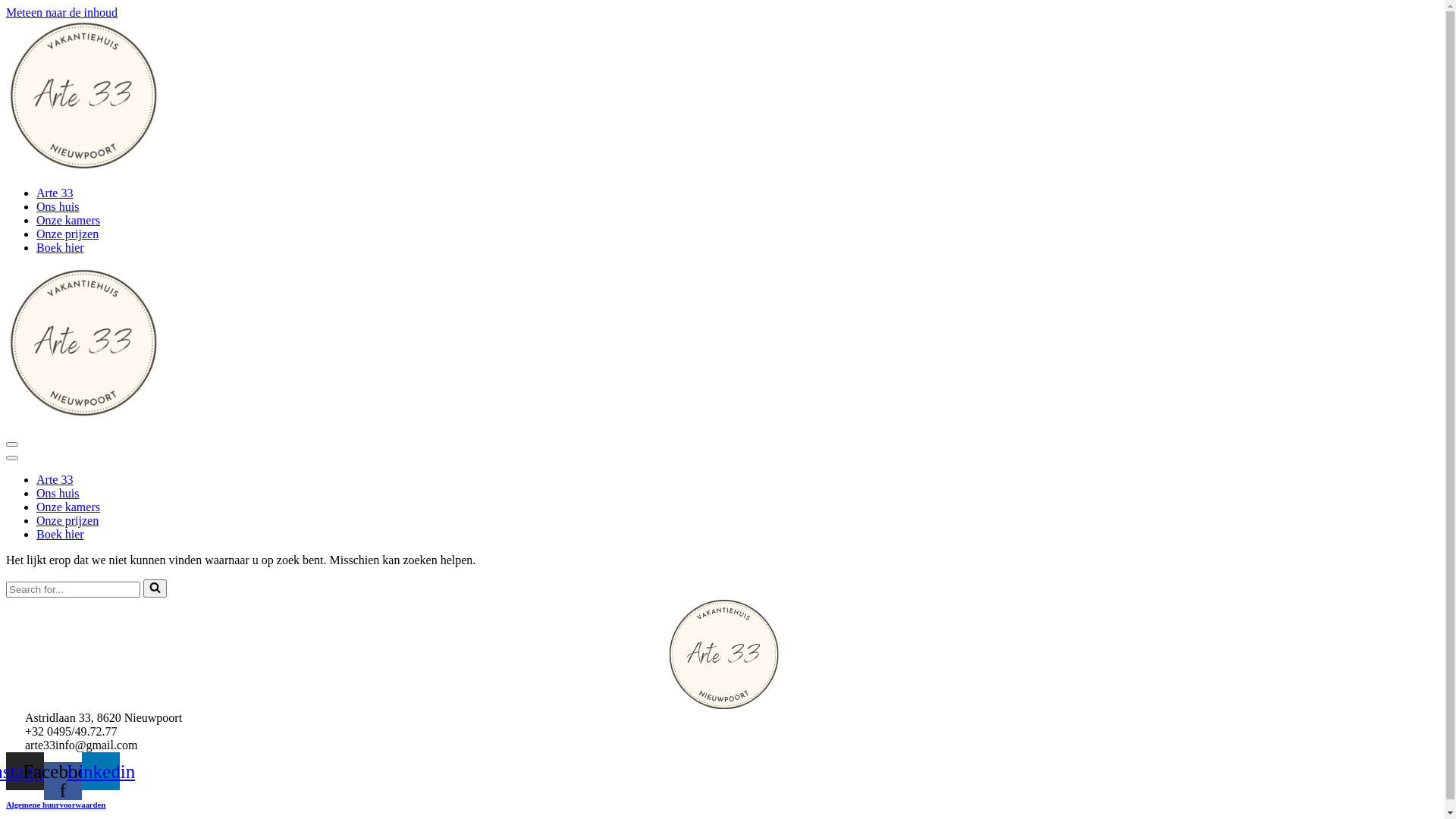 The image size is (1456, 819). What do you see at coordinates (36, 507) in the screenshot?
I see `'Onze kamers'` at bounding box center [36, 507].